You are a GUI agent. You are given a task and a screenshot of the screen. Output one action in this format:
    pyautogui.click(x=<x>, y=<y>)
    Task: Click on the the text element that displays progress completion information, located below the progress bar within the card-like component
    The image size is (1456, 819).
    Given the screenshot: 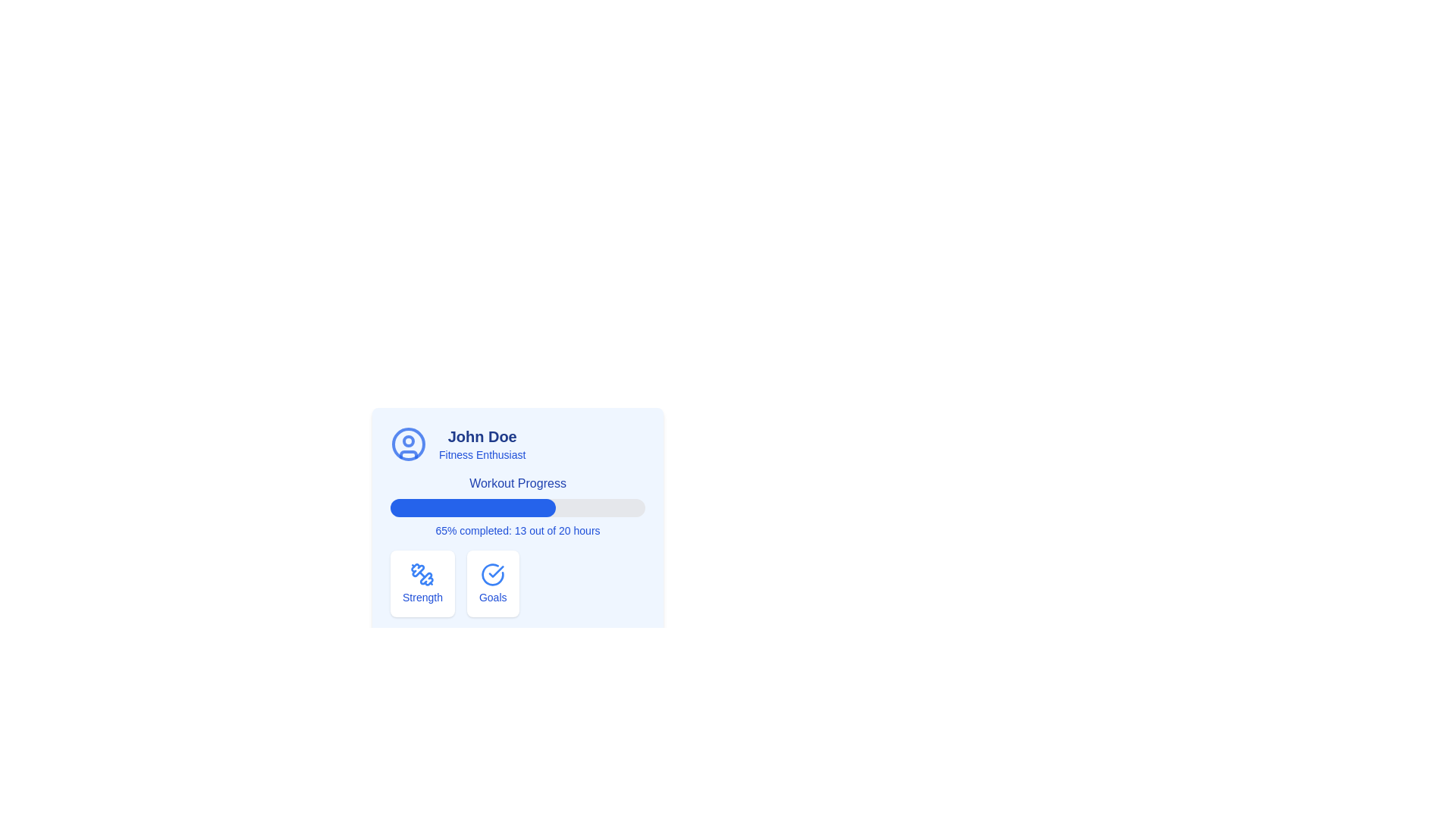 What is the action you would take?
    pyautogui.click(x=517, y=529)
    